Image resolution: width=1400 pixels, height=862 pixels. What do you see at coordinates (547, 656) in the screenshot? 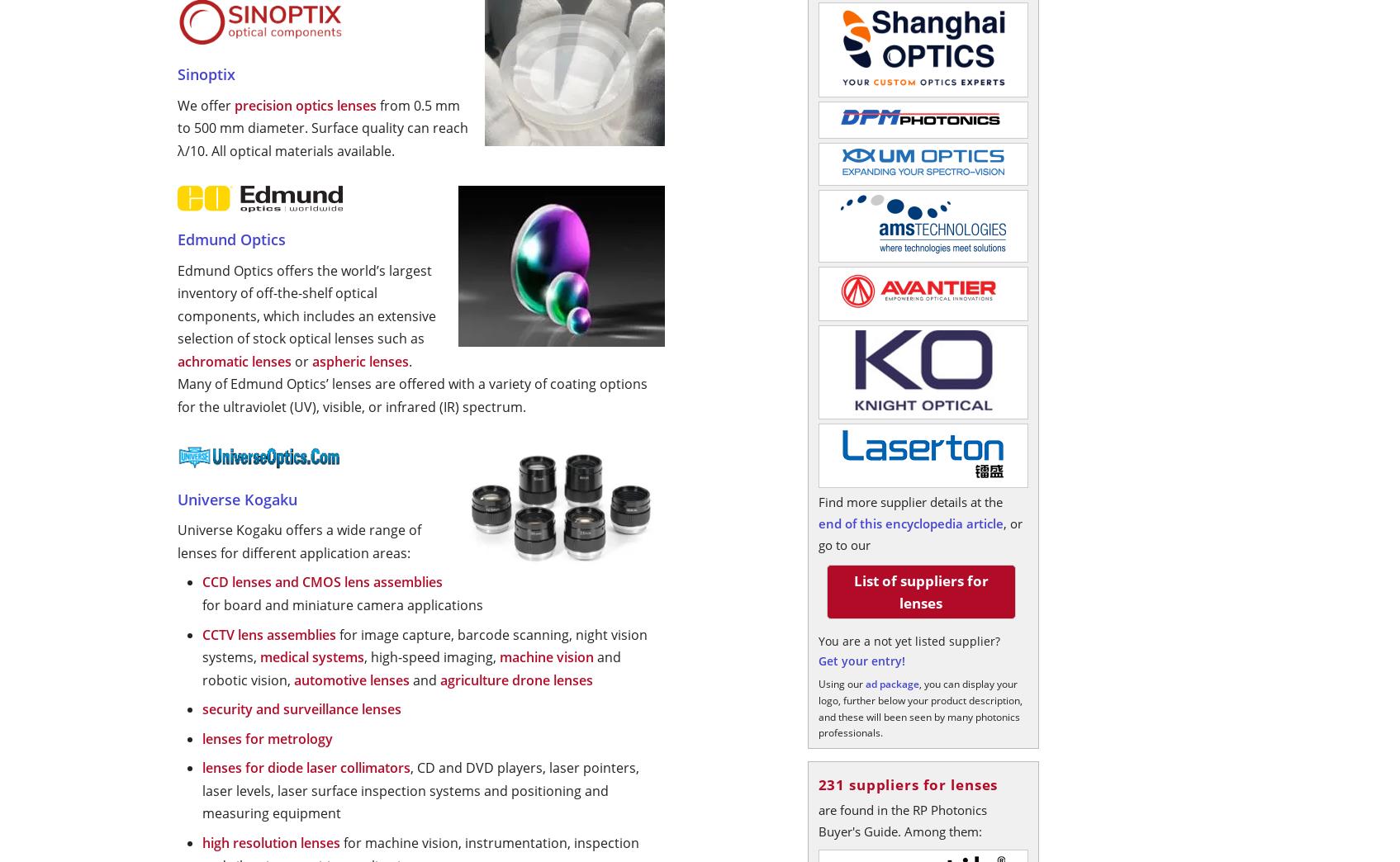
I see `'machine vision'` at bounding box center [547, 656].